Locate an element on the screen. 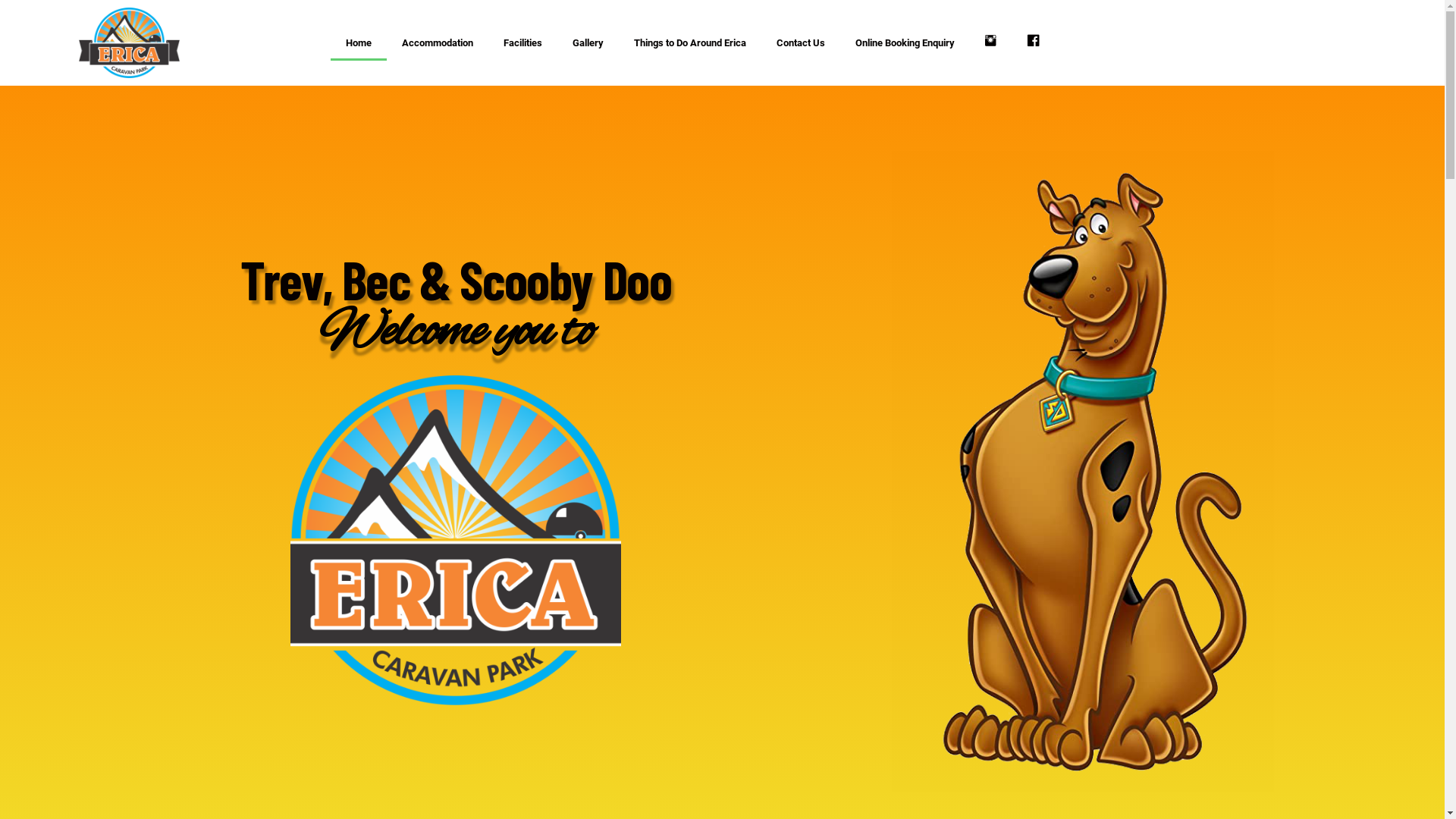  'Online Booking Enquiry' is located at coordinates (905, 42).